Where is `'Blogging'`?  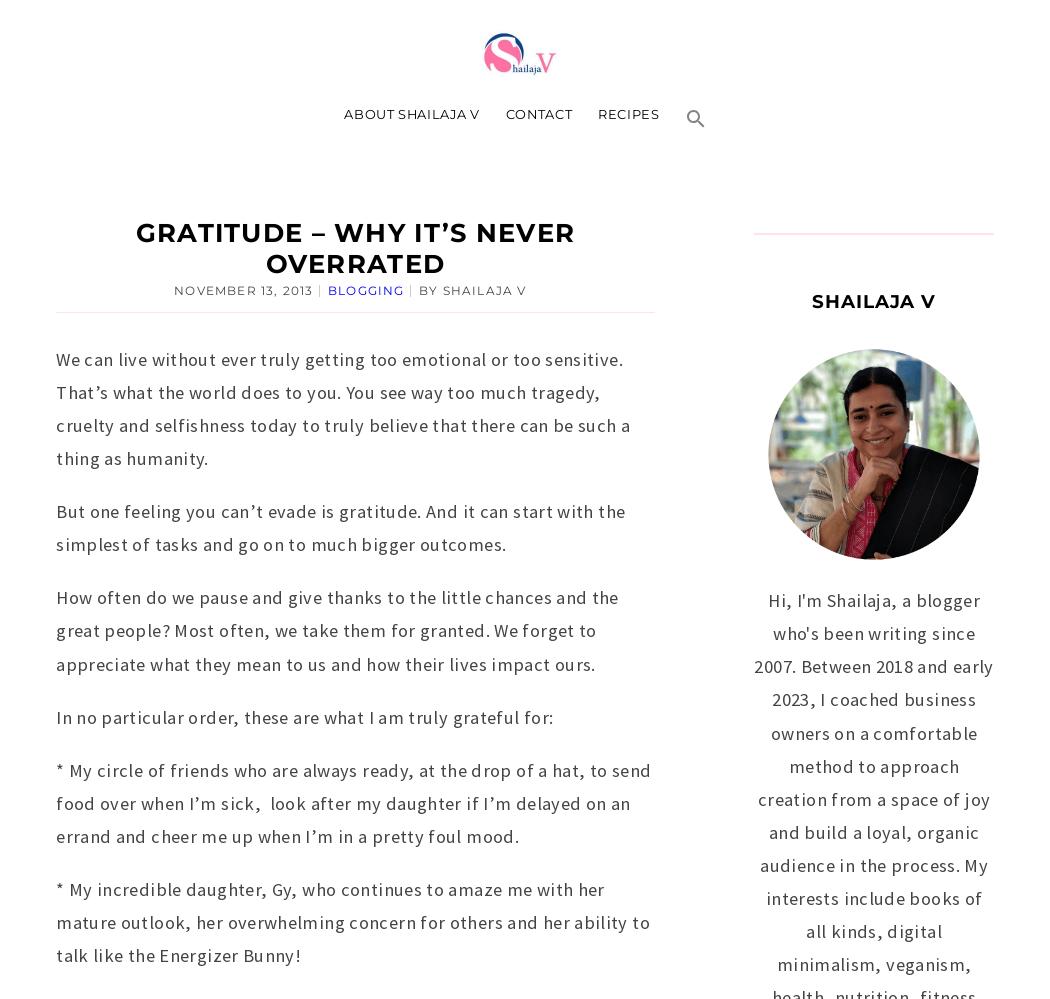 'Blogging' is located at coordinates (328, 288).